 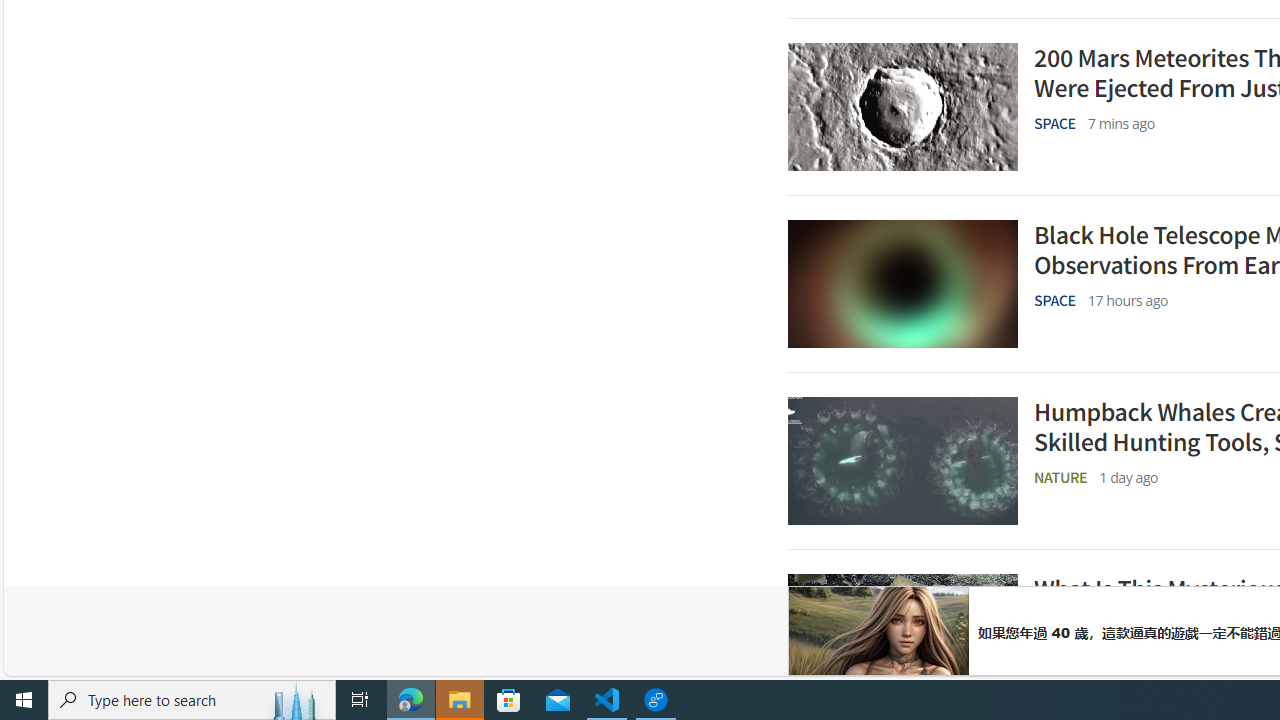 What do you see at coordinates (901, 107) in the screenshot?
I see `'A grey image of a crater on Mars'` at bounding box center [901, 107].